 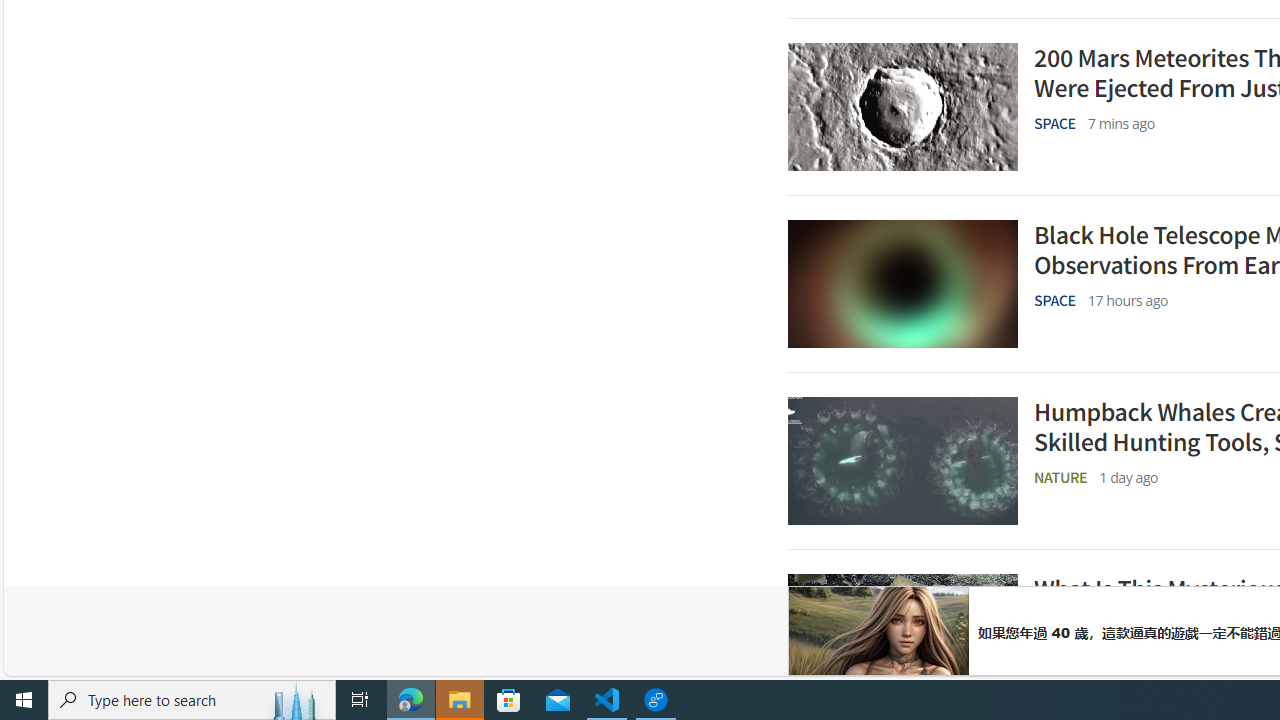 What do you see at coordinates (901, 107) in the screenshot?
I see `'A grey image of a crater on Mars'` at bounding box center [901, 107].